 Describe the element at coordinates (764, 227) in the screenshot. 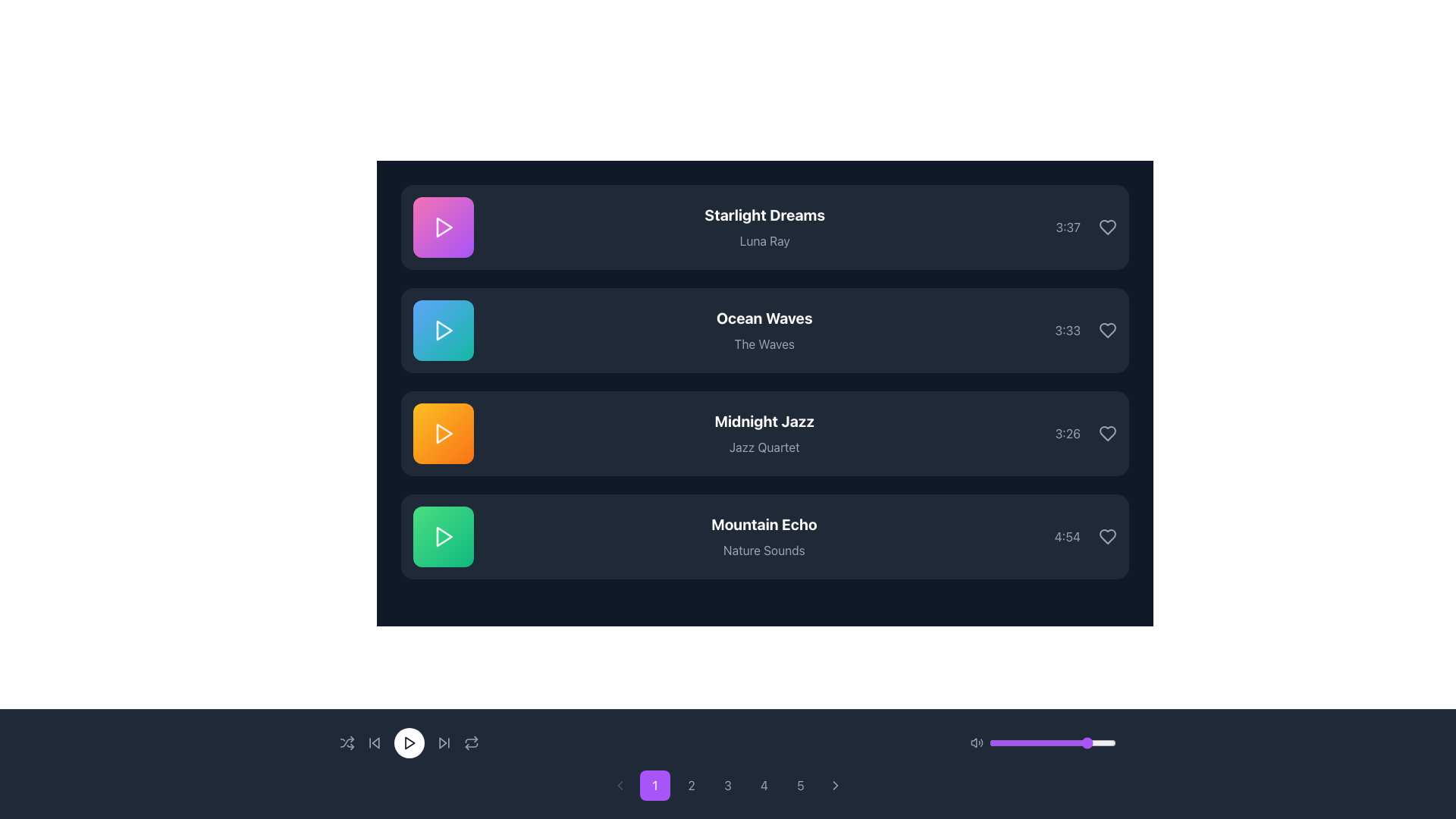

I see `contents of the text display that shows the title and artist of the song, located in the first item of the list, to the right of the circular gradient icon and to the left of the duration label '3:37'` at that location.